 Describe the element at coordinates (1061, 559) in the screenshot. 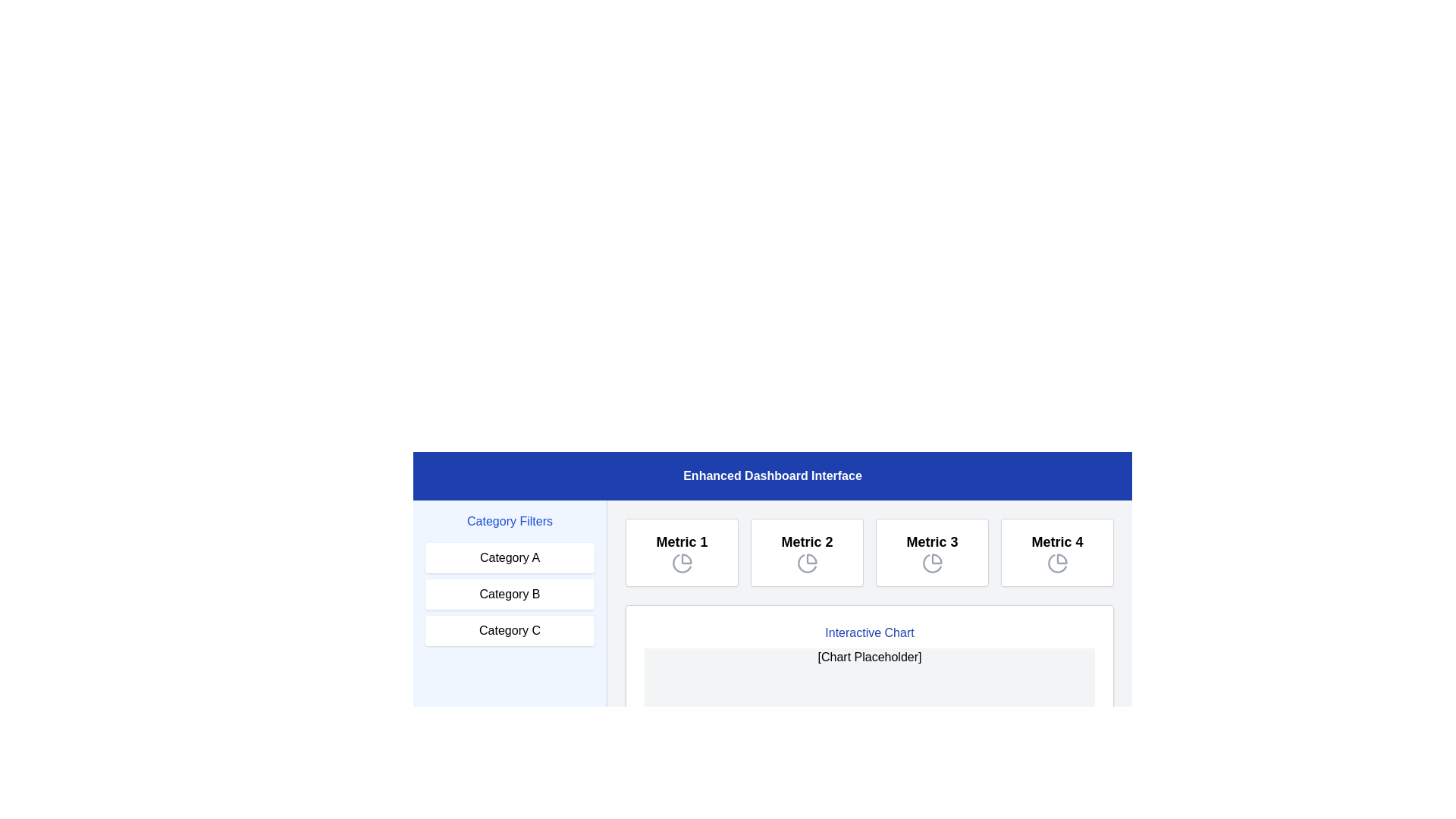

I see `the Icon Graphical Slice representing the visualization feature related to the 'Metric 4' section, located in the bottom-right of the 'Metrics' button group` at that location.